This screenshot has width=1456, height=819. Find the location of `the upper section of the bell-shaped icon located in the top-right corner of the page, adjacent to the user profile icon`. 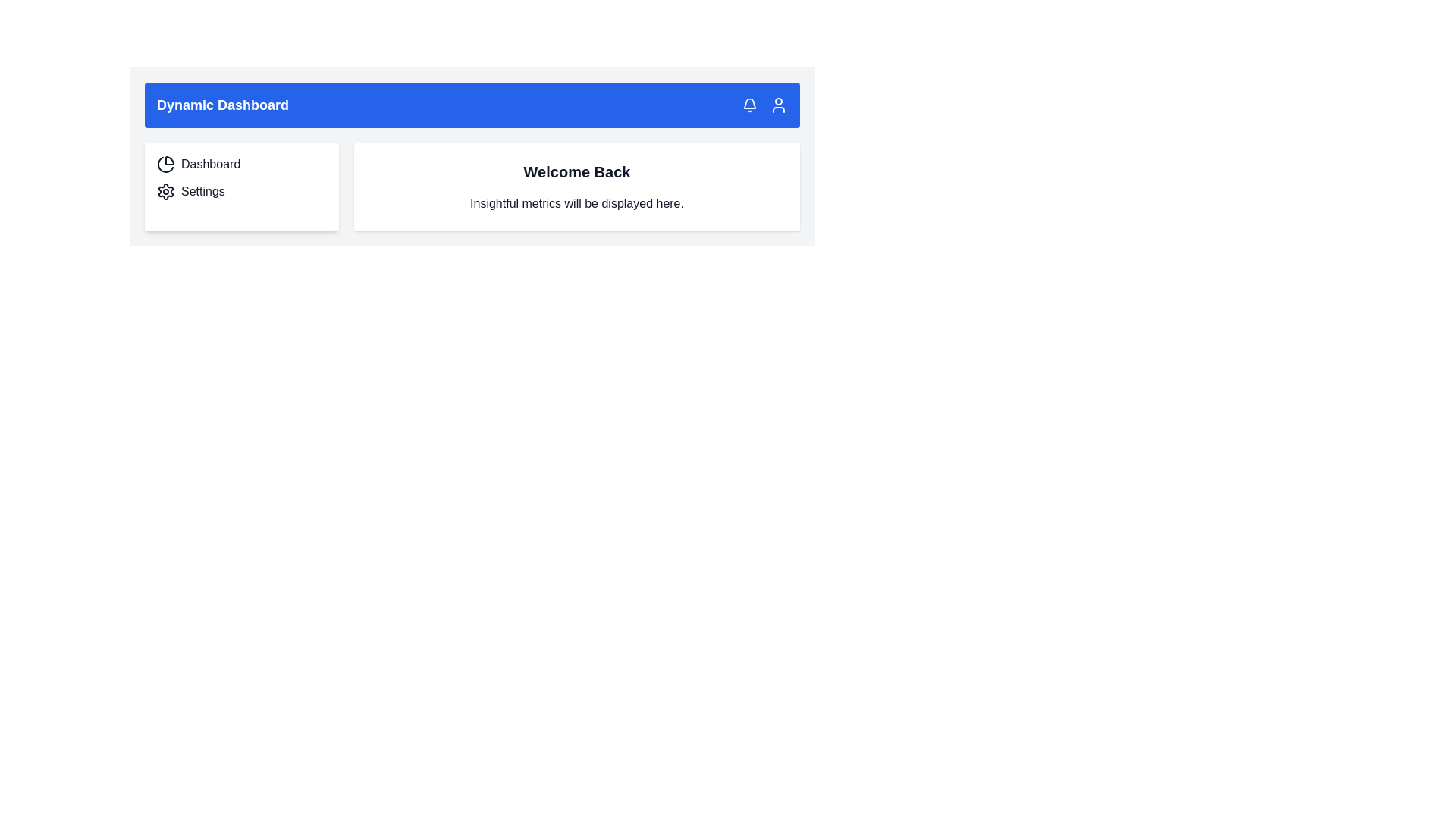

the upper section of the bell-shaped icon located in the top-right corner of the page, adjacent to the user profile icon is located at coordinates (749, 102).